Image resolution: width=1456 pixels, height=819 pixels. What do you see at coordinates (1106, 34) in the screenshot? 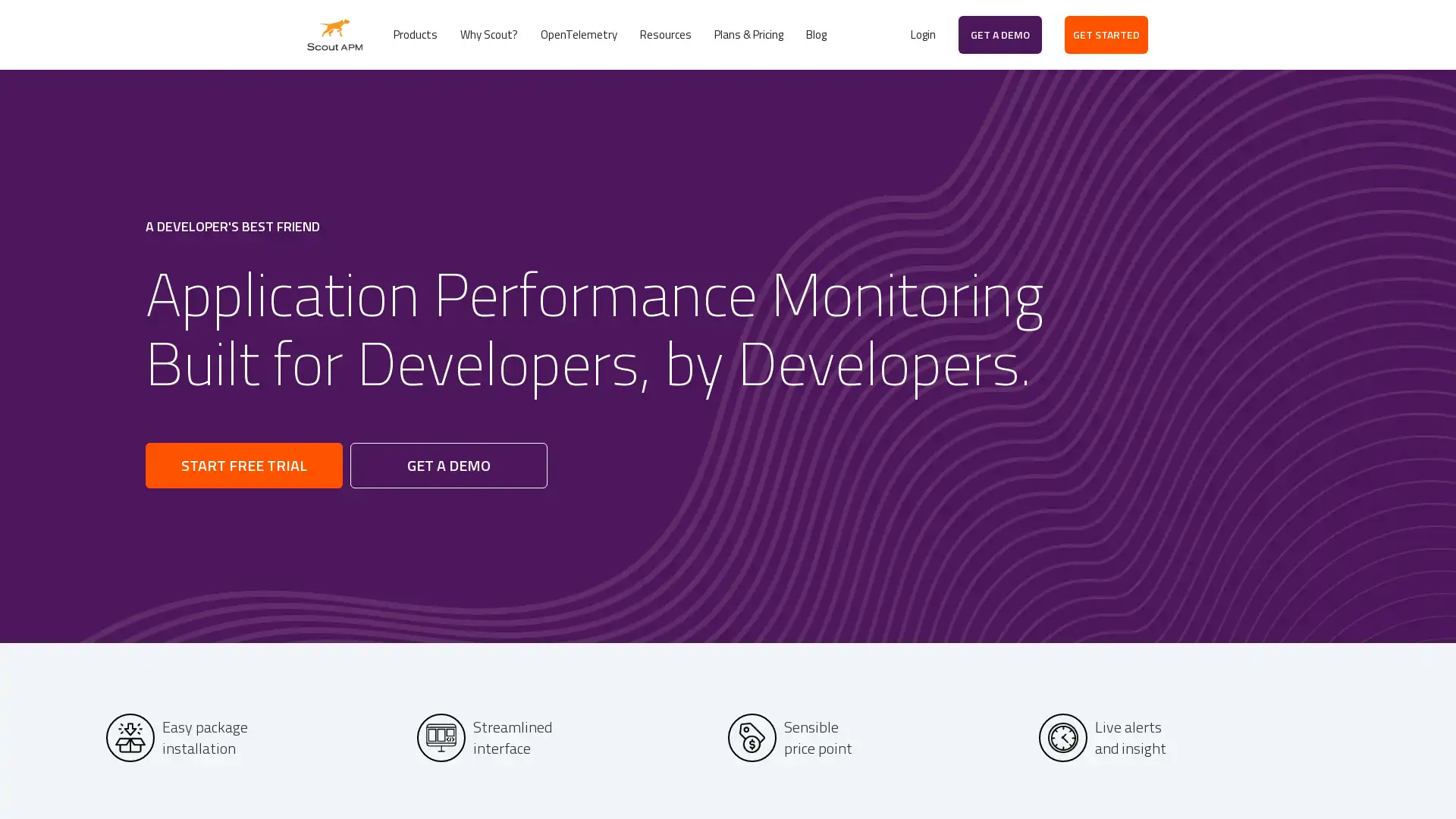
I see `GET STARTED` at bounding box center [1106, 34].